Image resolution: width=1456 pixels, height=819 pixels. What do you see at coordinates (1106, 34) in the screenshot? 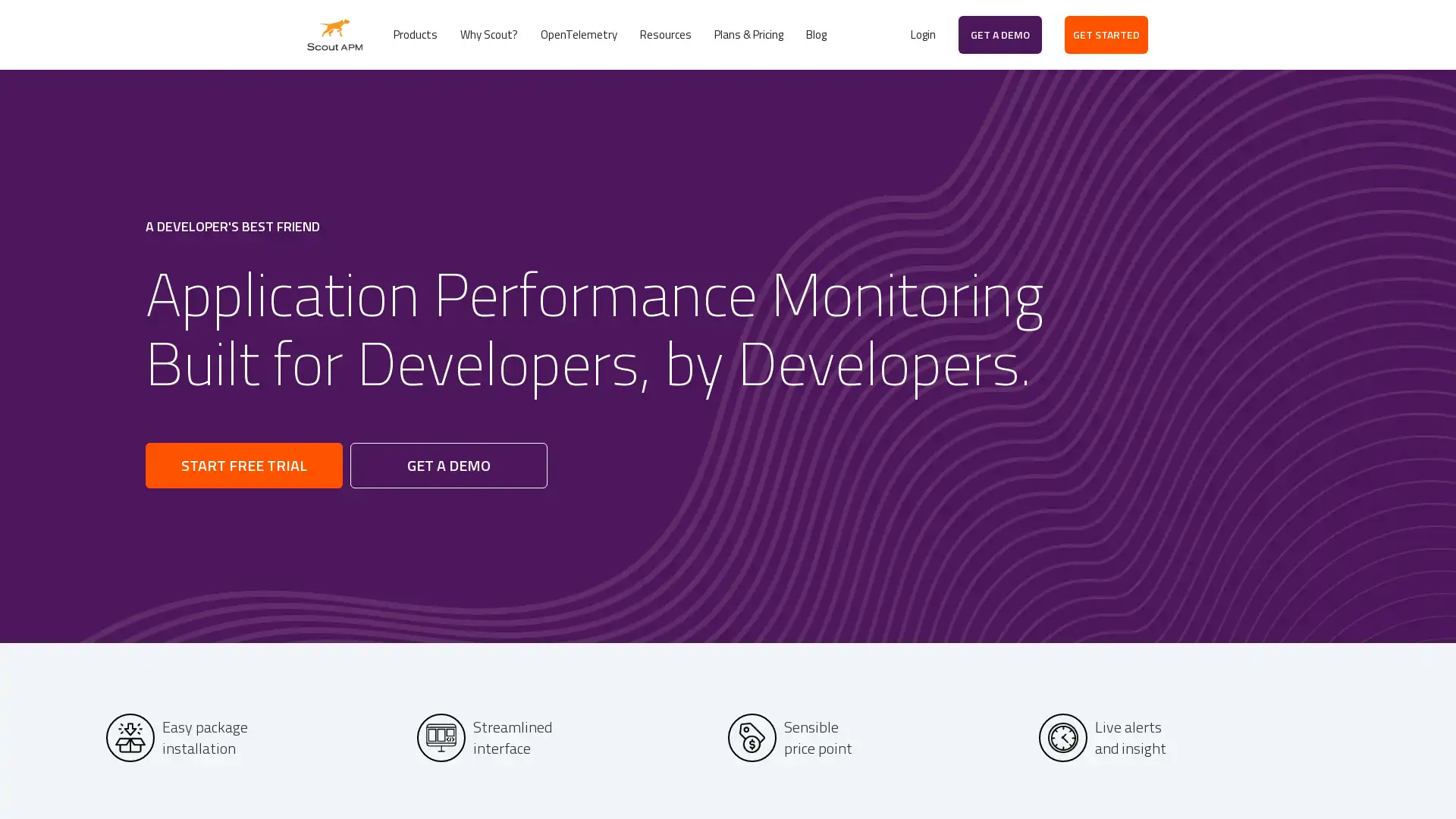
I see `GET STARTED` at bounding box center [1106, 34].